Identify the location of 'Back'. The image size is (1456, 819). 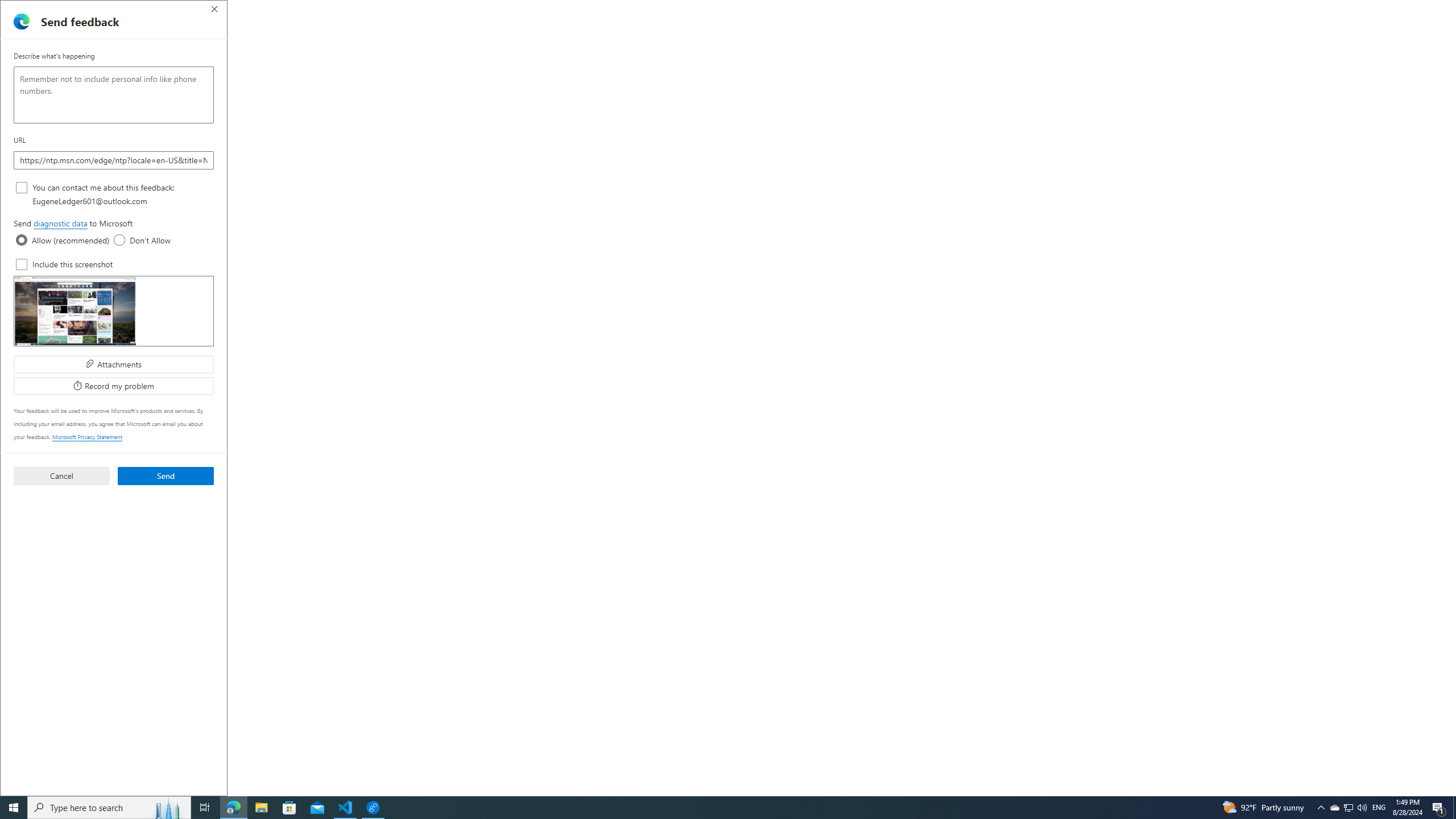
(14, 29).